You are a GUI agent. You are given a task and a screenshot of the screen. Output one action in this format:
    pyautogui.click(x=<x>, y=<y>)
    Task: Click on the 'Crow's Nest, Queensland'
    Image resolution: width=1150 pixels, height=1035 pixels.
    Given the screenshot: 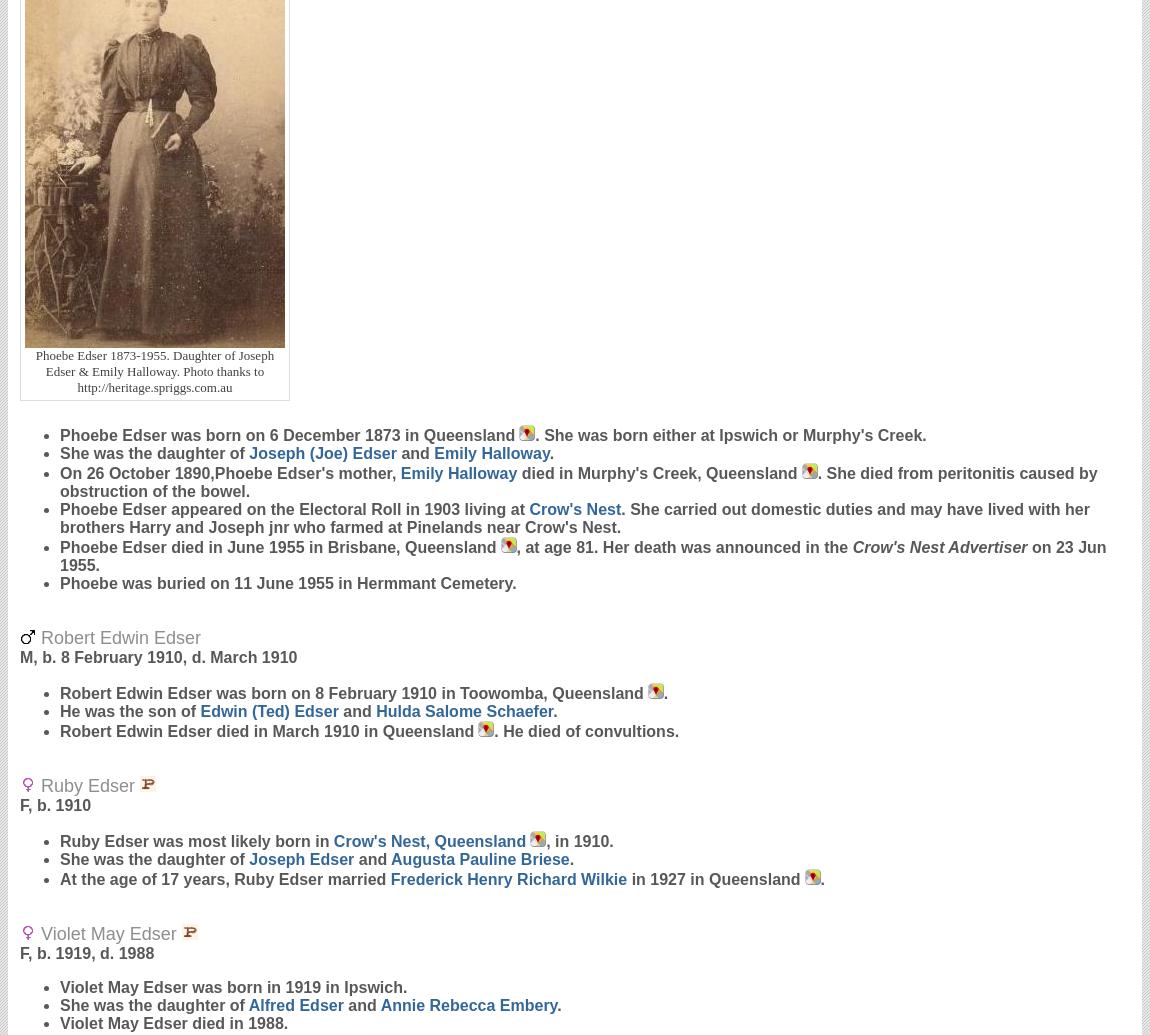 What is the action you would take?
    pyautogui.click(x=429, y=840)
    